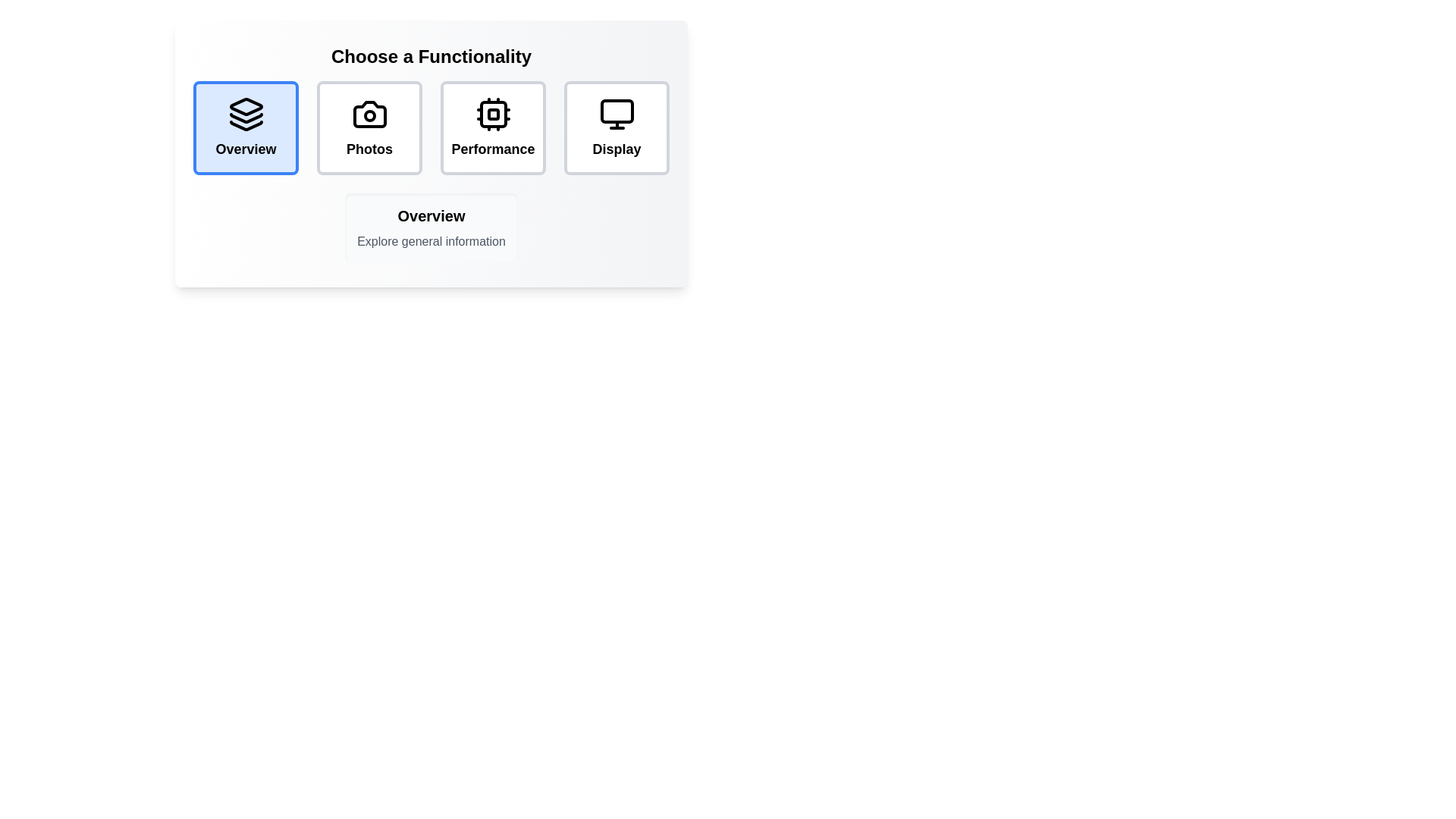 Image resolution: width=1456 pixels, height=819 pixels. What do you see at coordinates (369, 113) in the screenshot?
I see `the photo management icon located in the upper section of the 'Photos' UI card, which is the second card from the left in a horizontal row of four cards` at bounding box center [369, 113].